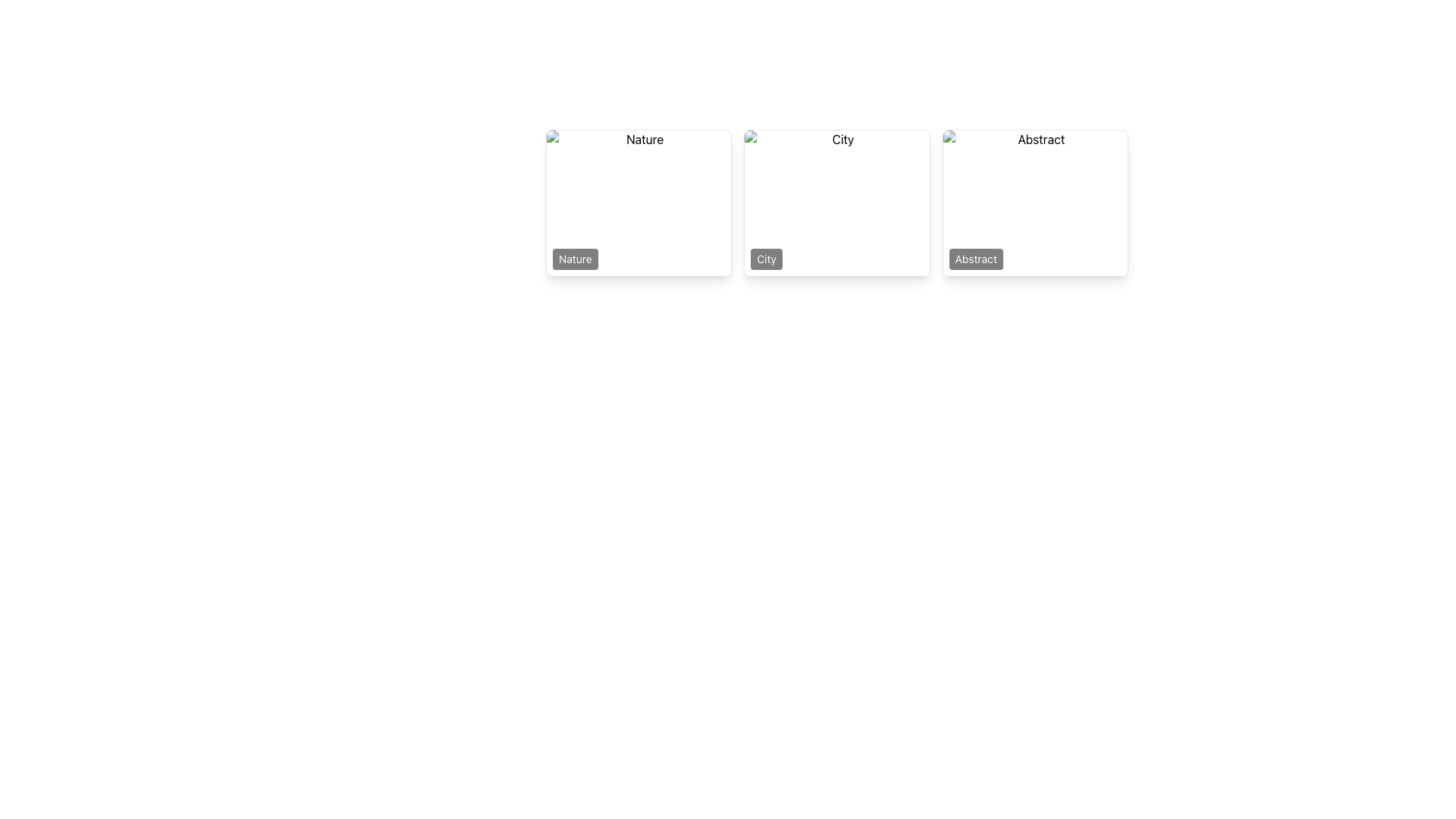 This screenshot has height=819, width=1456. I want to click on informational label located in the bottom-left corner of the 'Nature' card, which helps identify the card's thematic content, so click(574, 259).